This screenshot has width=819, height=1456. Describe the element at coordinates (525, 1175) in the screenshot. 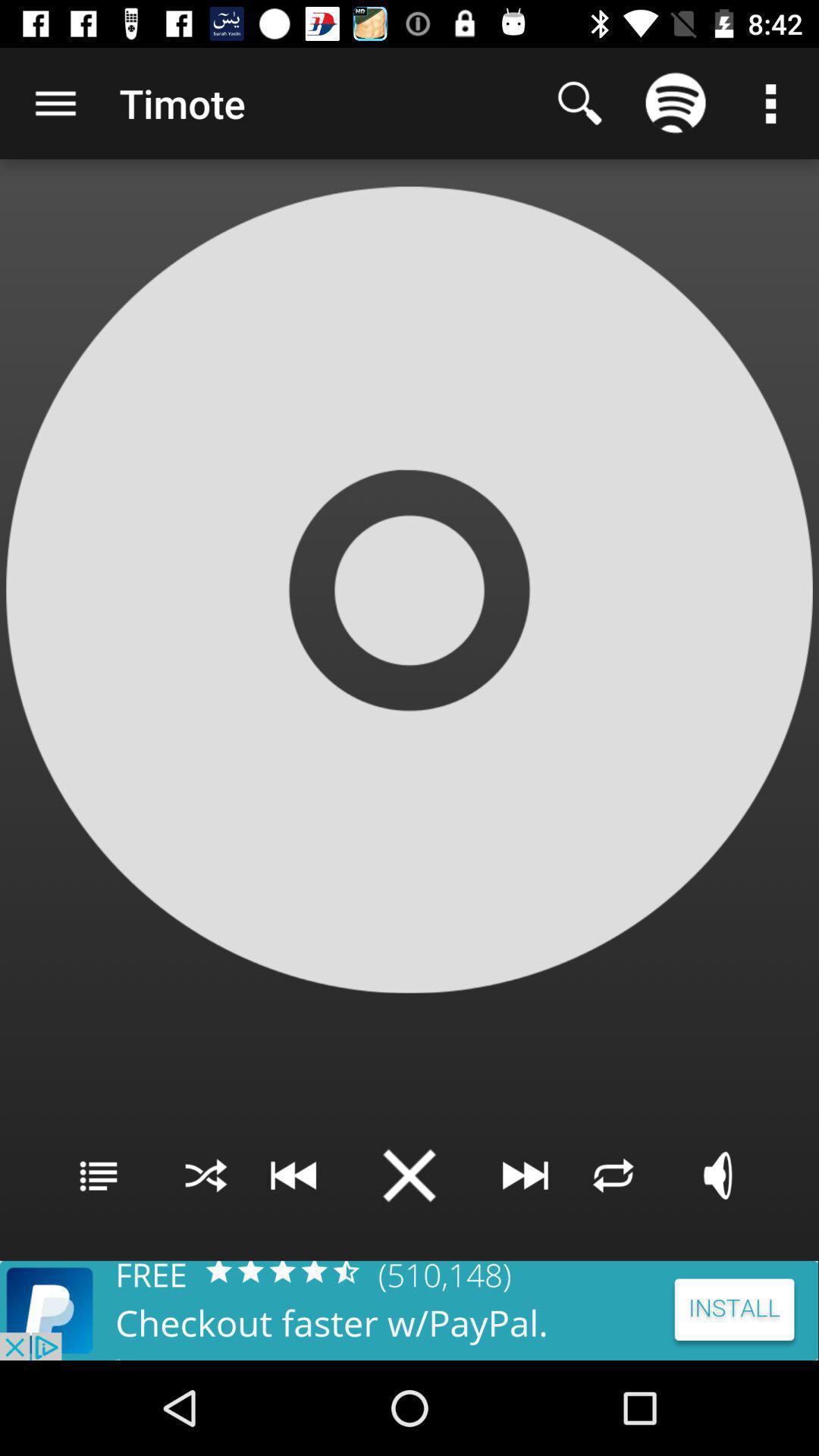

I see `the skip_next icon` at that location.